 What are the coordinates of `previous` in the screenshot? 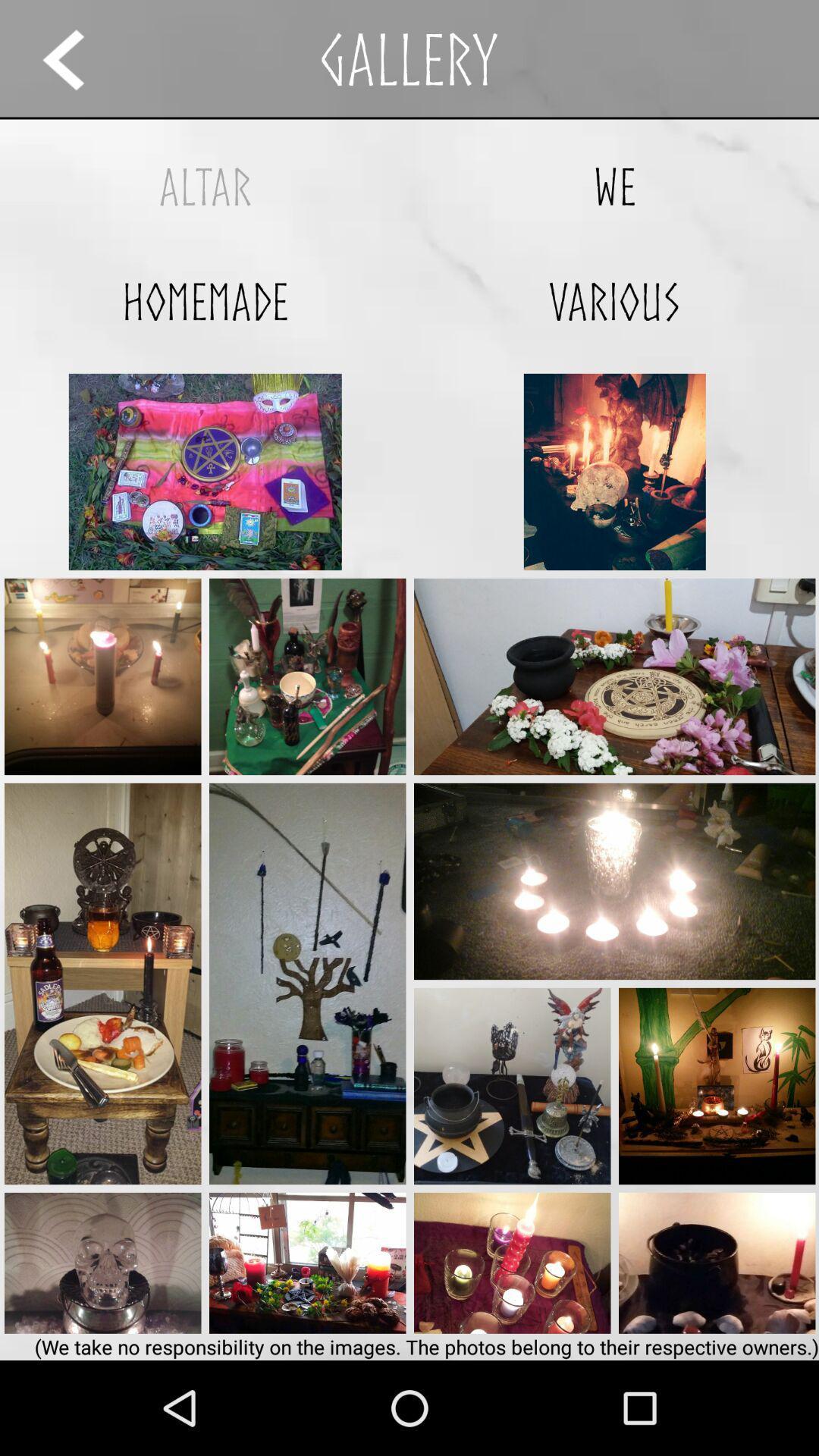 It's located at (77, 59).